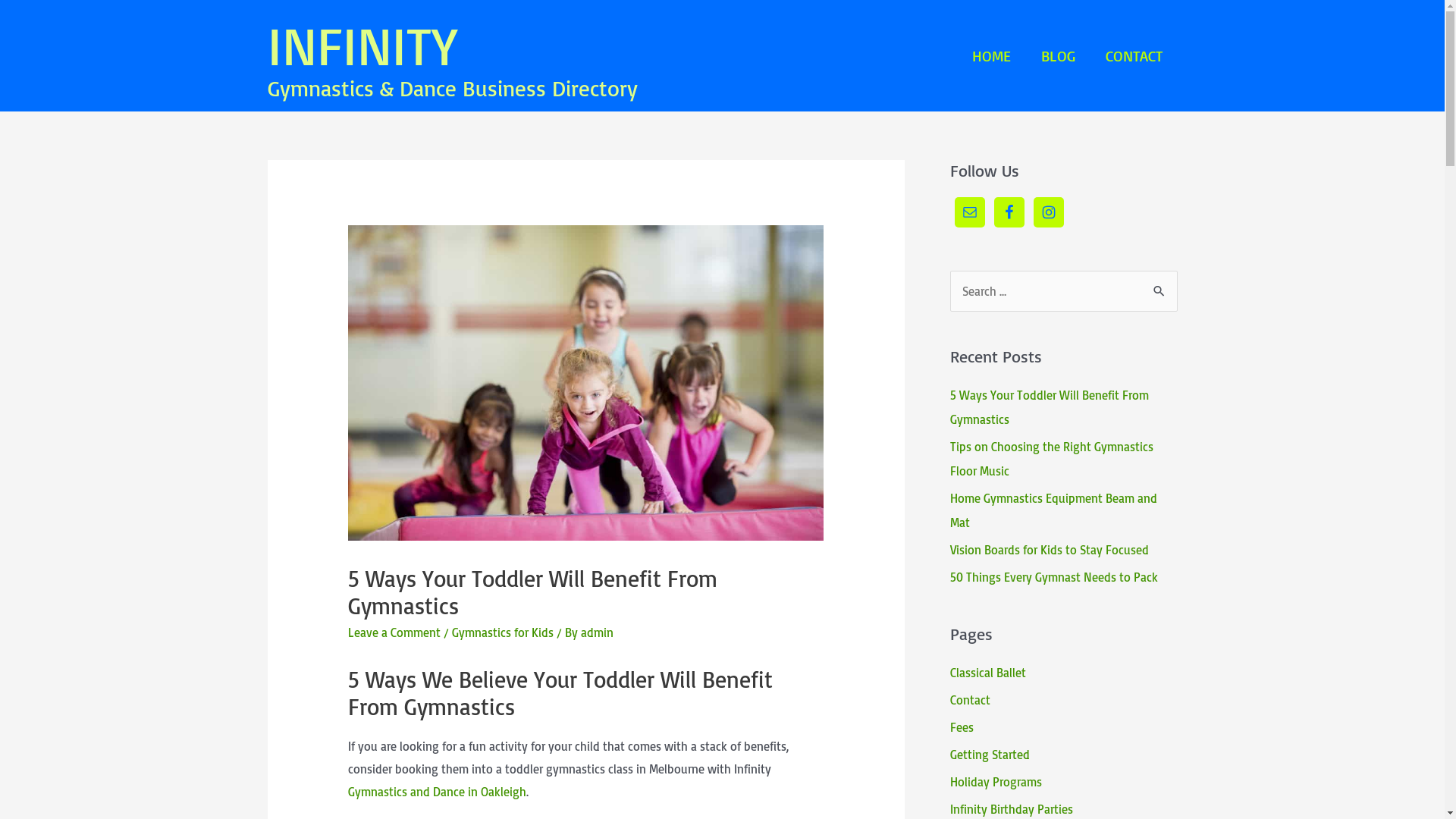 The height and width of the screenshot is (819, 1456). Describe the element at coordinates (949, 755) in the screenshot. I see `'Getting Started'` at that location.